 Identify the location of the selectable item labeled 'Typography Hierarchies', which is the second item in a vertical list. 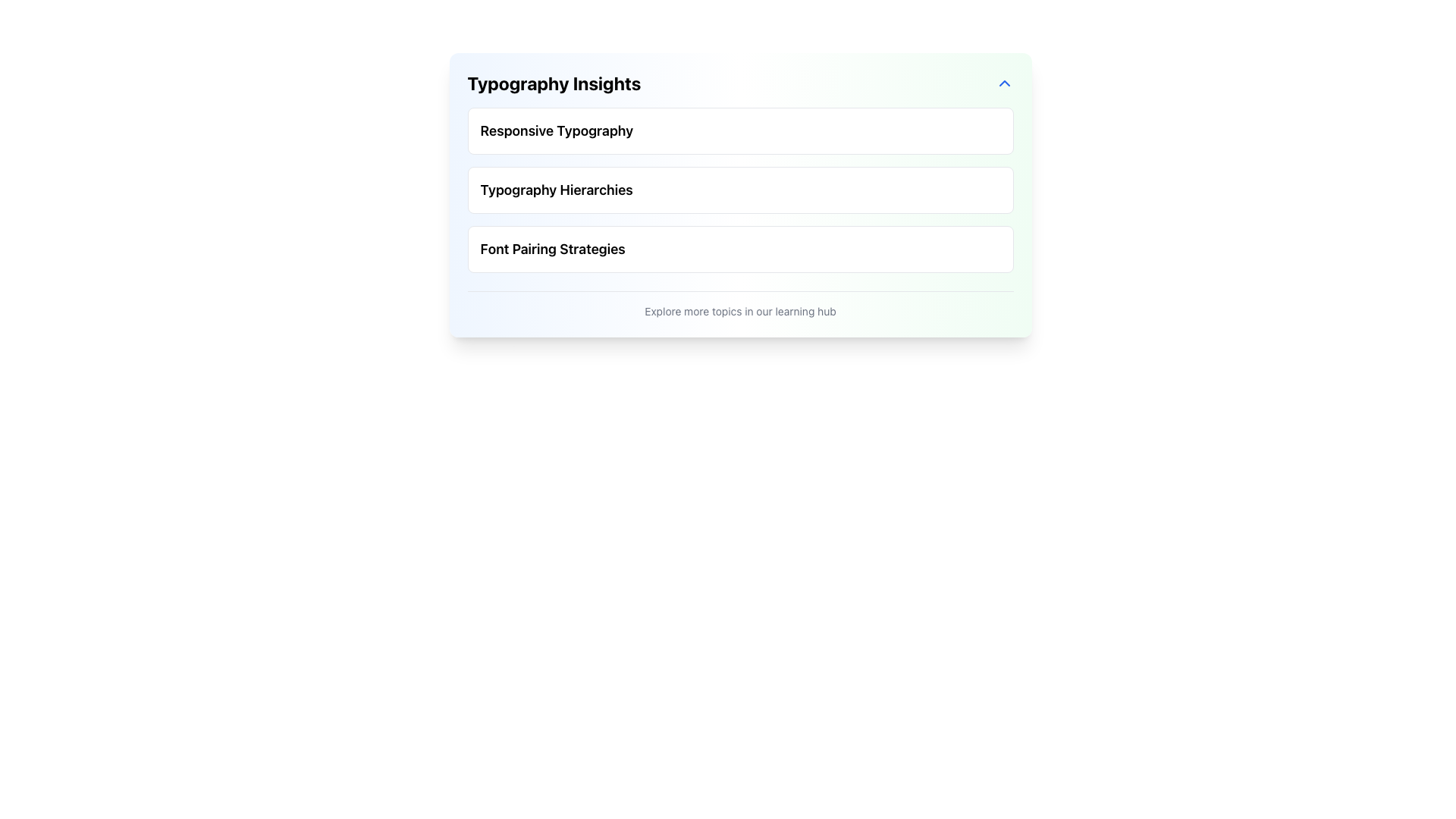
(740, 189).